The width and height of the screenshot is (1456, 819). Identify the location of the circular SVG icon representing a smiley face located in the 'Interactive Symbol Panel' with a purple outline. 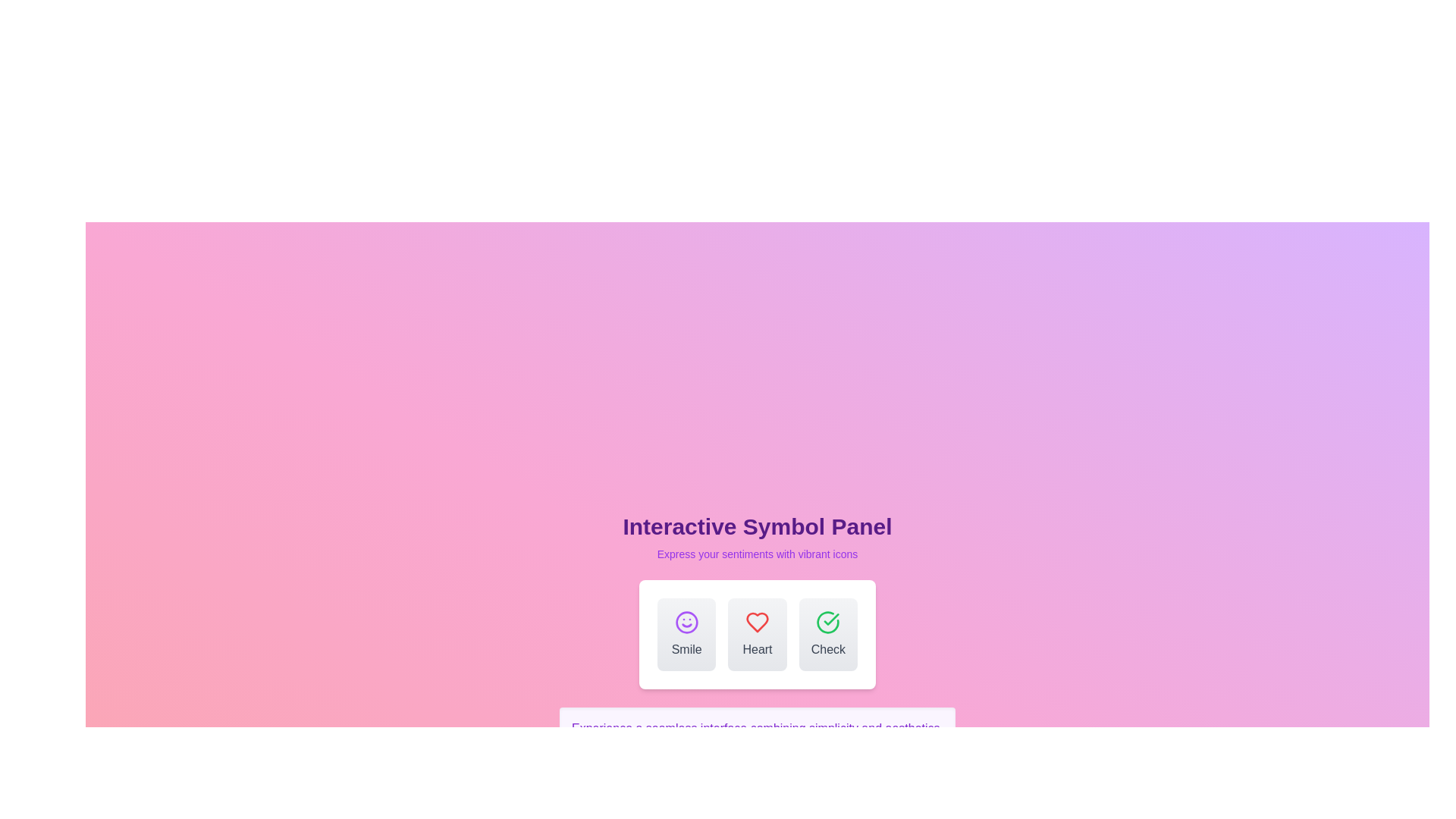
(686, 623).